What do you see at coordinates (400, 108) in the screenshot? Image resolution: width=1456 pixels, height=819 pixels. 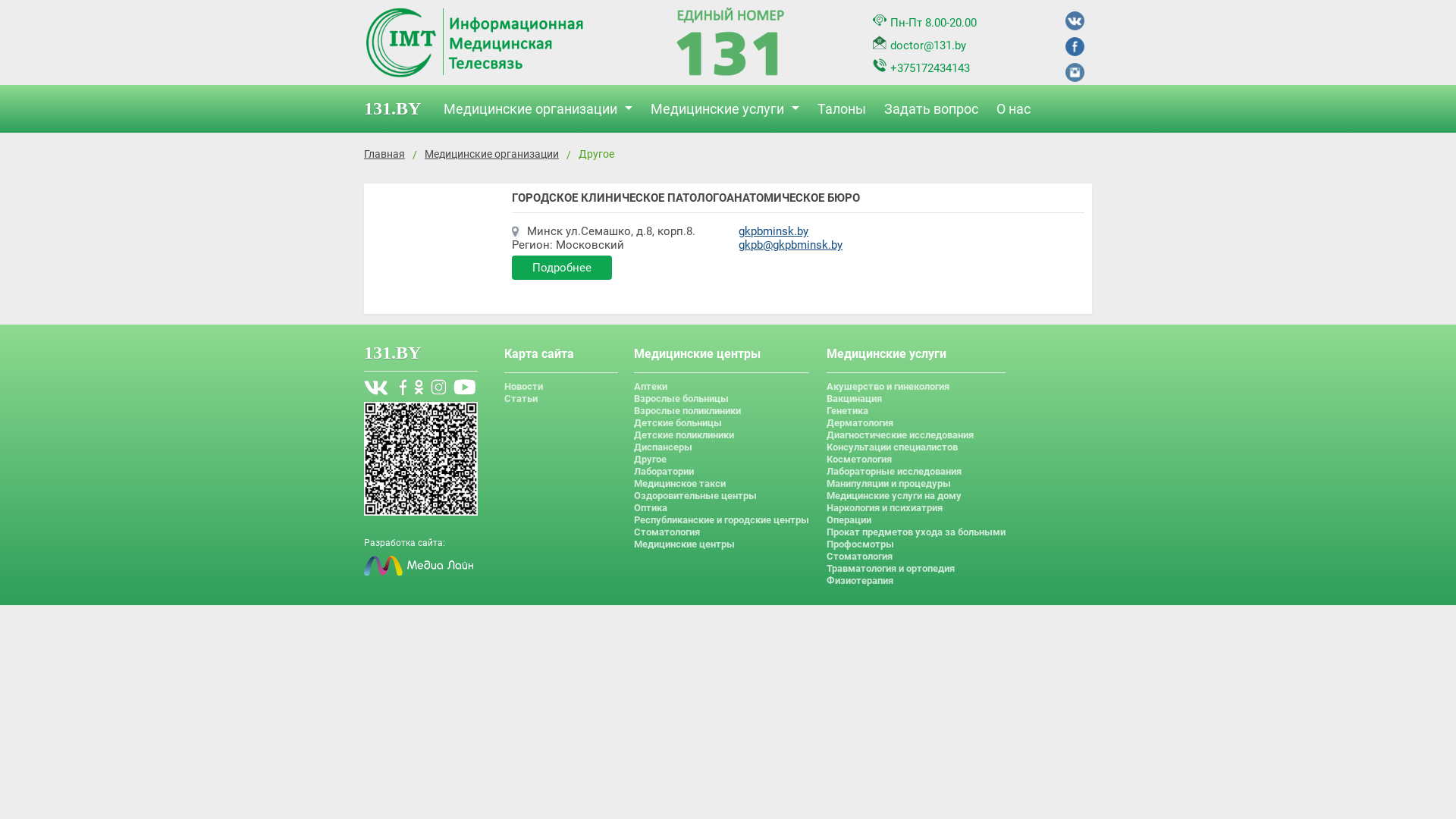 I see `'131.BY'` at bounding box center [400, 108].